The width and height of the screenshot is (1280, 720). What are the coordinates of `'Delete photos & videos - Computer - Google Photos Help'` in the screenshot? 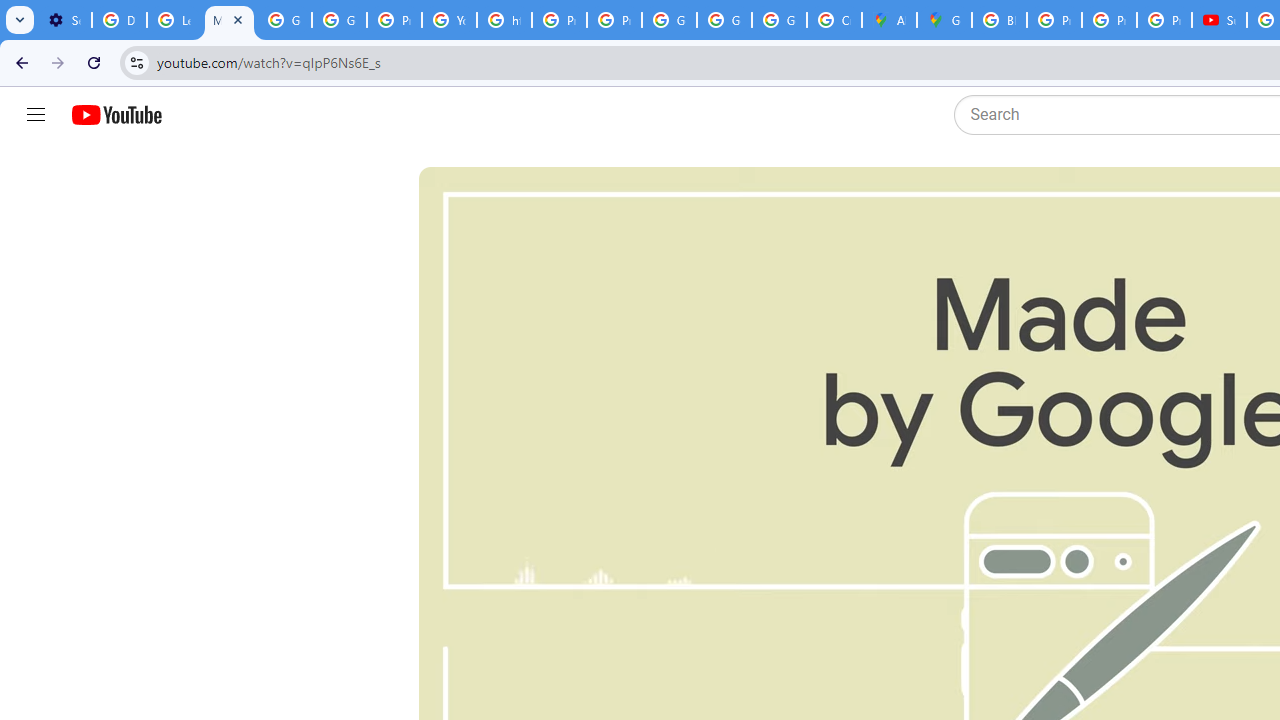 It's located at (118, 20).